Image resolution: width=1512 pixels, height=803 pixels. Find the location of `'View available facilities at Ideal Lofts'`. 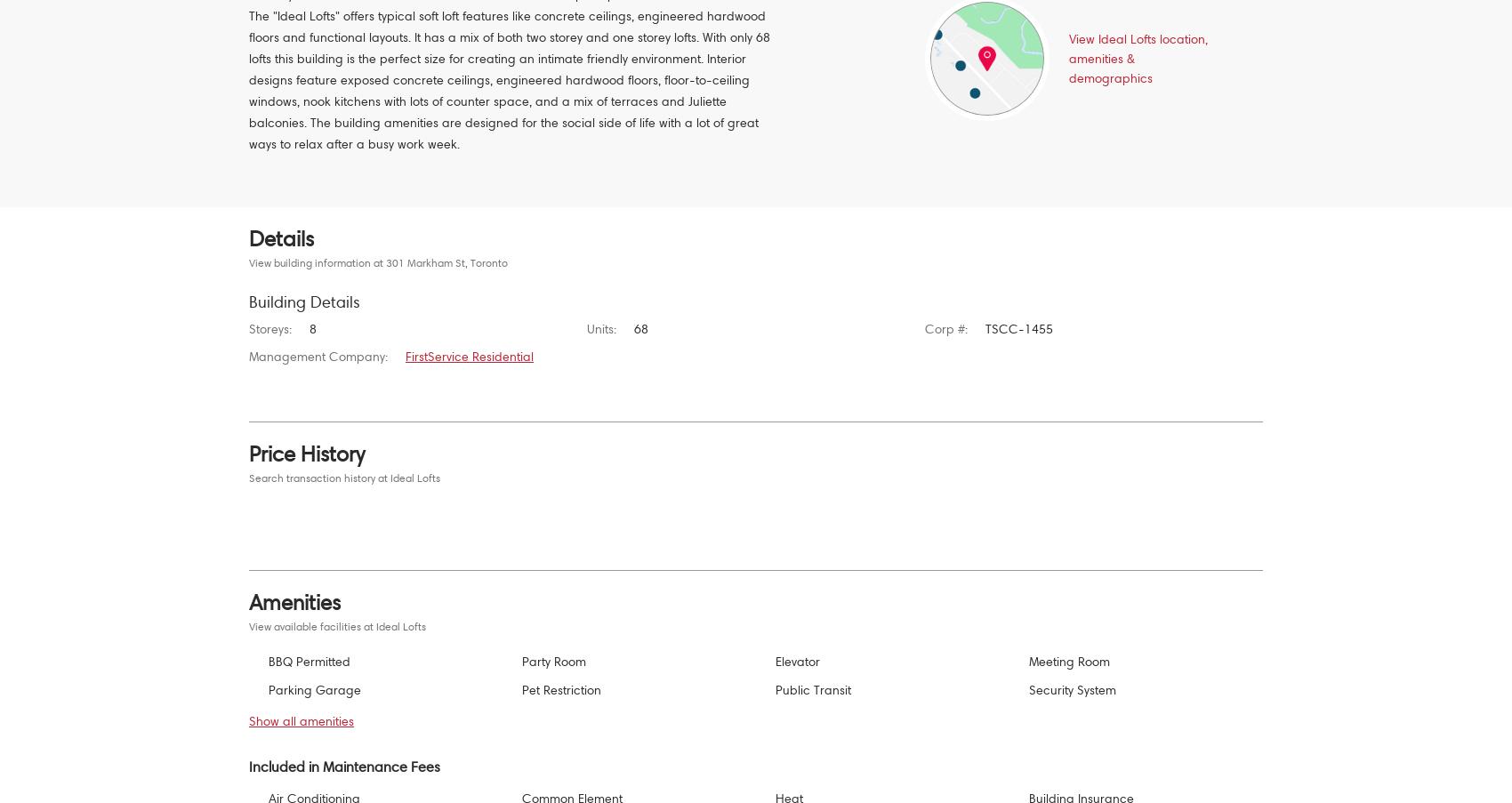

'View available facilities at Ideal Lofts' is located at coordinates (248, 625).